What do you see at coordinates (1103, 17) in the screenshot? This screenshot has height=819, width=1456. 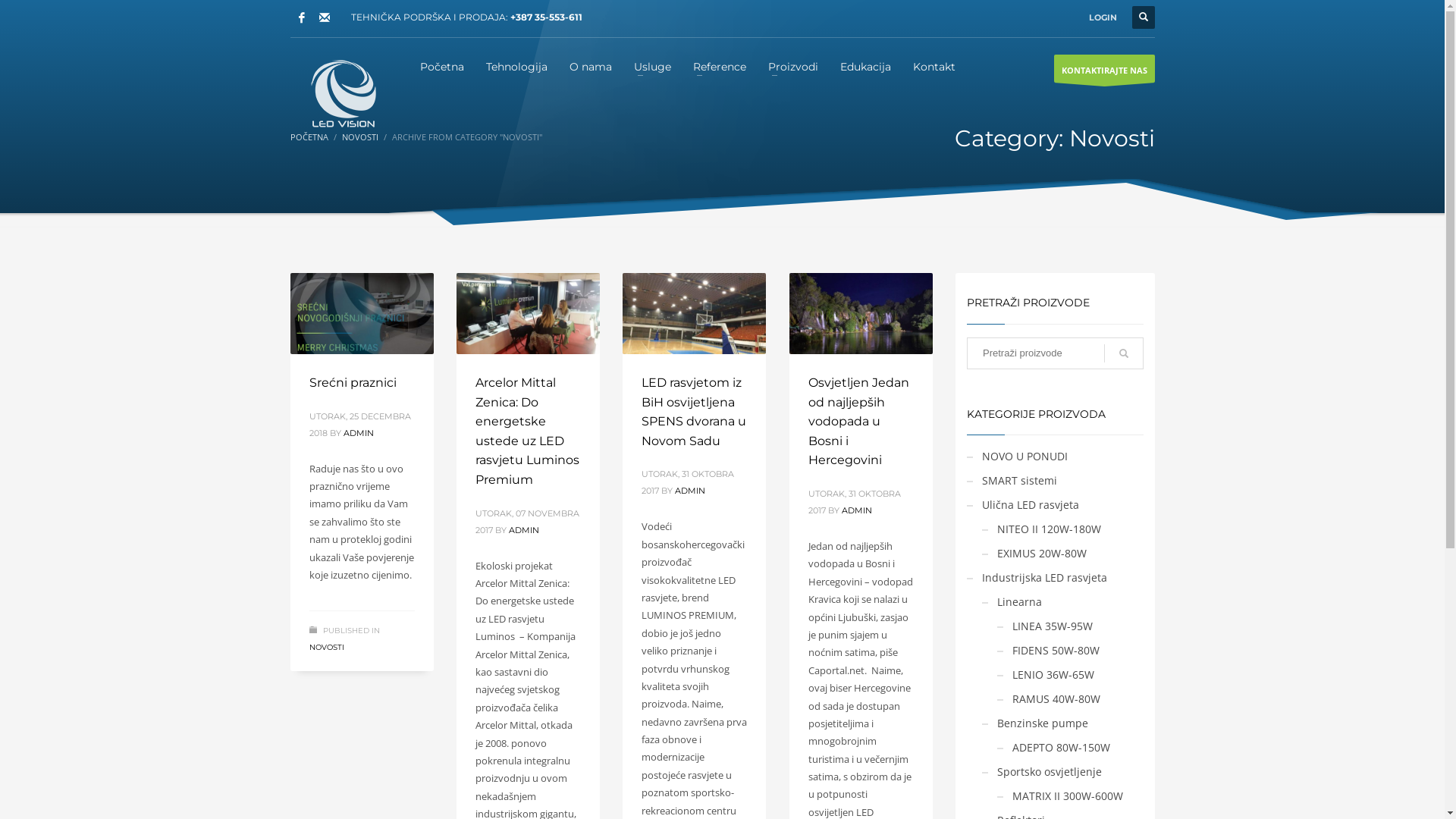 I see `'LOGIN'` at bounding box center [1103, 17].